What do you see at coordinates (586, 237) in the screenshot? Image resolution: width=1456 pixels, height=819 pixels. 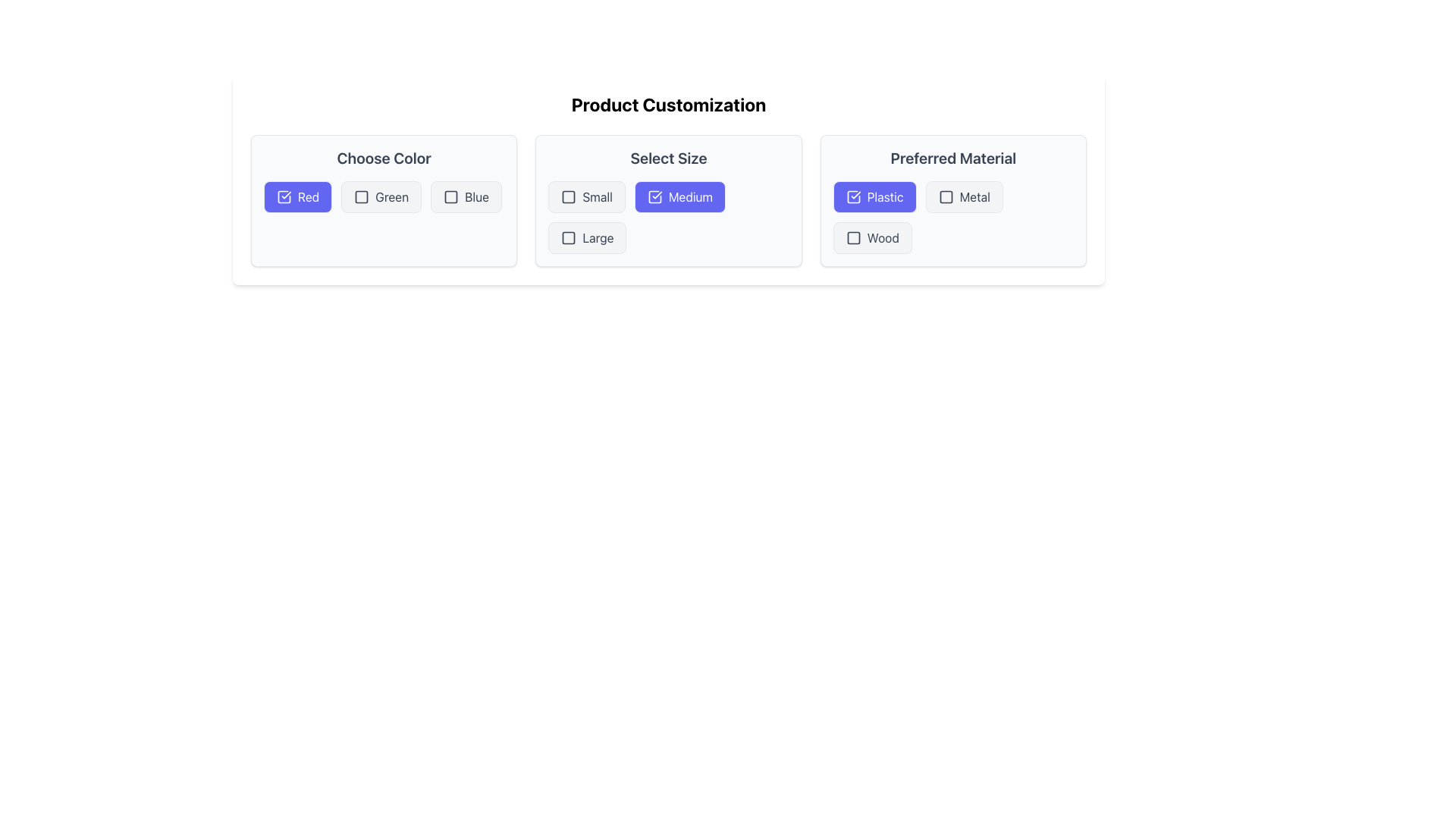 I see `the unchecked square checkbox labeled 'Large' in the 'Select Size' section of the 'Product Customization' grid layout` at bounding box center [586, 237].